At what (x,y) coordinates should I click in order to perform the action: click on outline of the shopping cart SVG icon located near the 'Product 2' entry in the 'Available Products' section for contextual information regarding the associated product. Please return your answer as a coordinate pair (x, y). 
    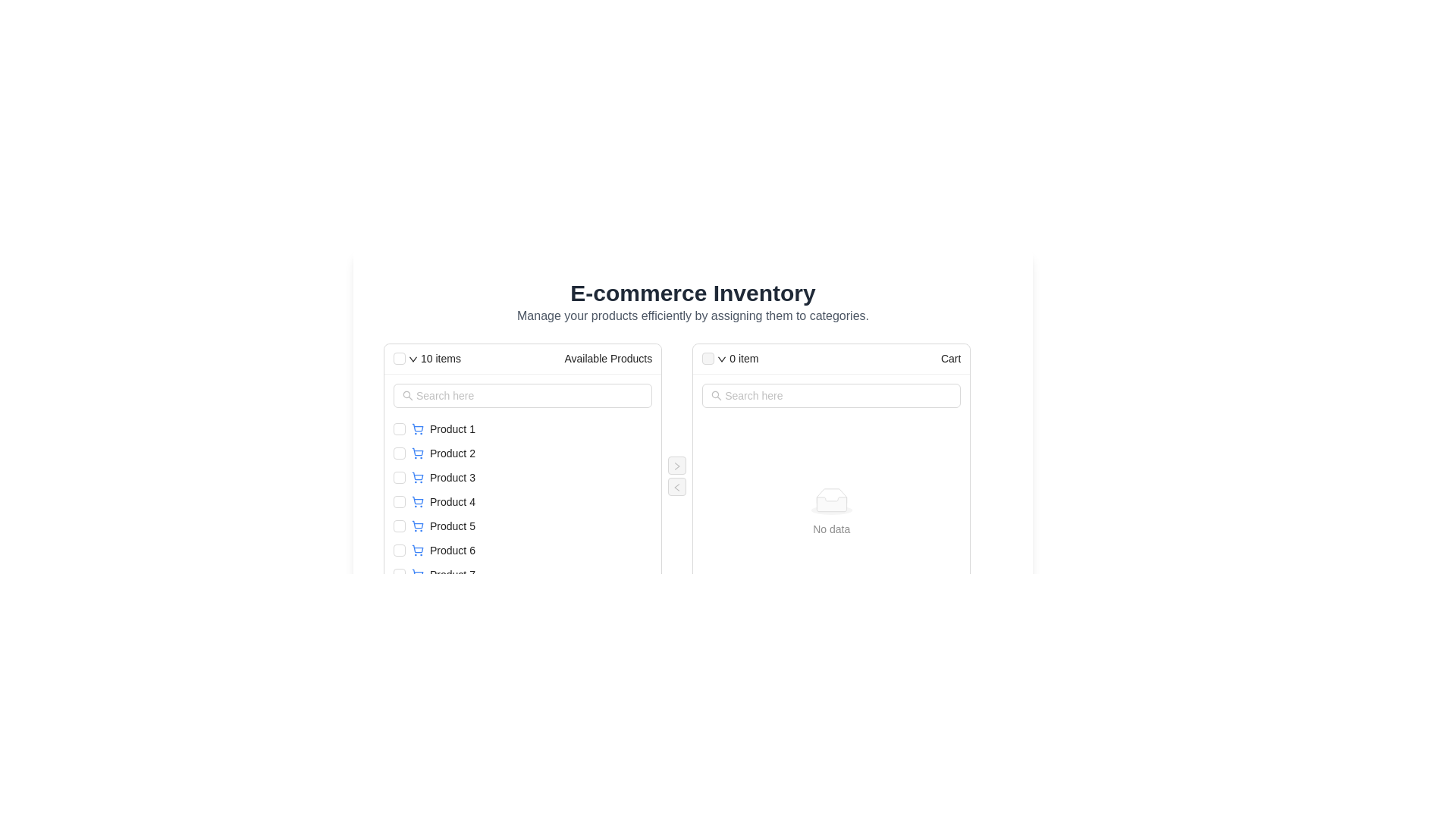
    Looking at the image, I should click on (418, 451).